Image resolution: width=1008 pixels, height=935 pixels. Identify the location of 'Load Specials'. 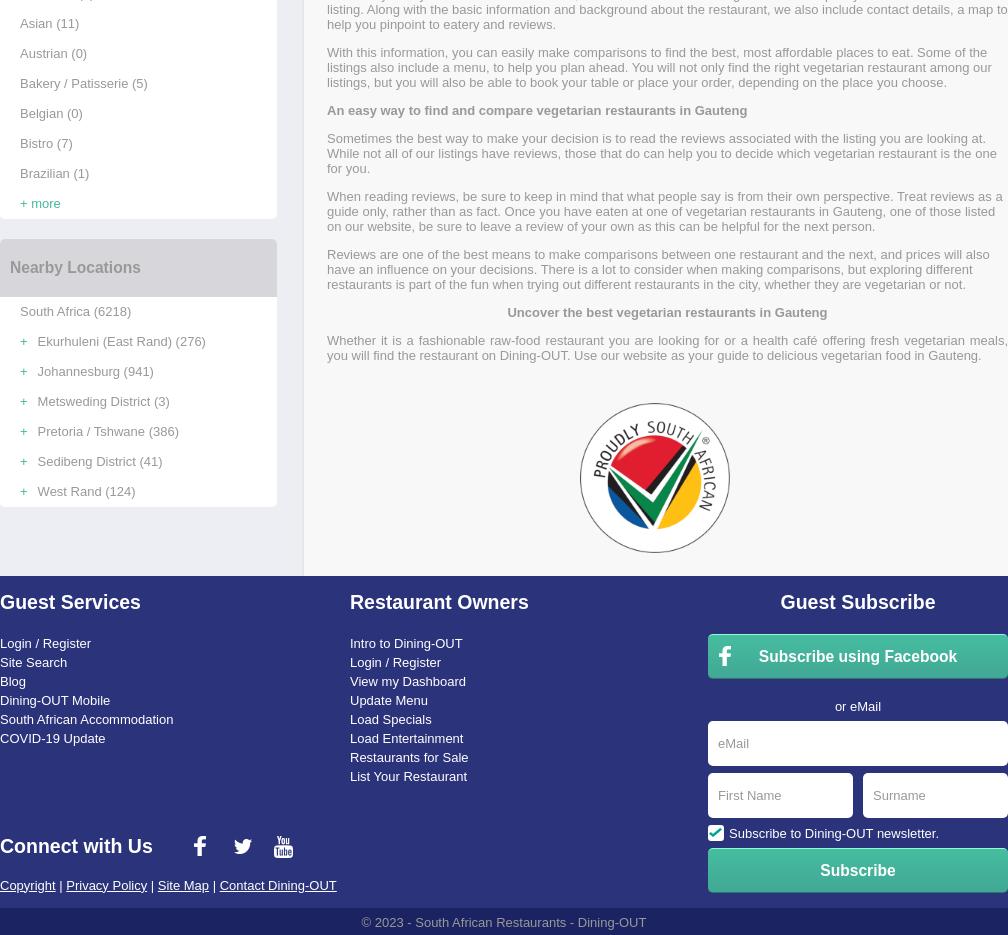
(390, 717).